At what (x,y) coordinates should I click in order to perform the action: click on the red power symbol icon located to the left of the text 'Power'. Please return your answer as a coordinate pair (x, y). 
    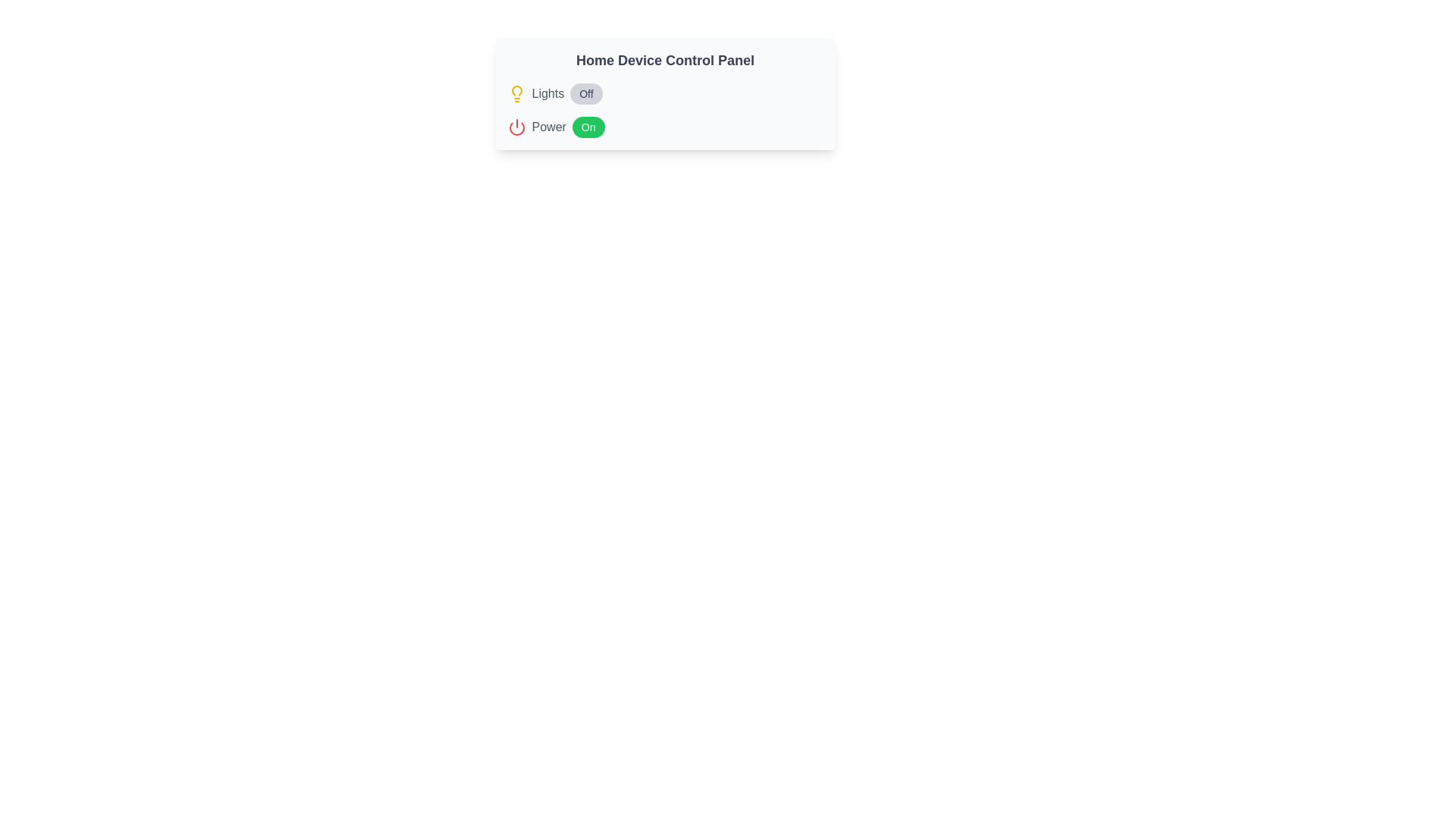
    Looking at the image, I should click on (516, 127).